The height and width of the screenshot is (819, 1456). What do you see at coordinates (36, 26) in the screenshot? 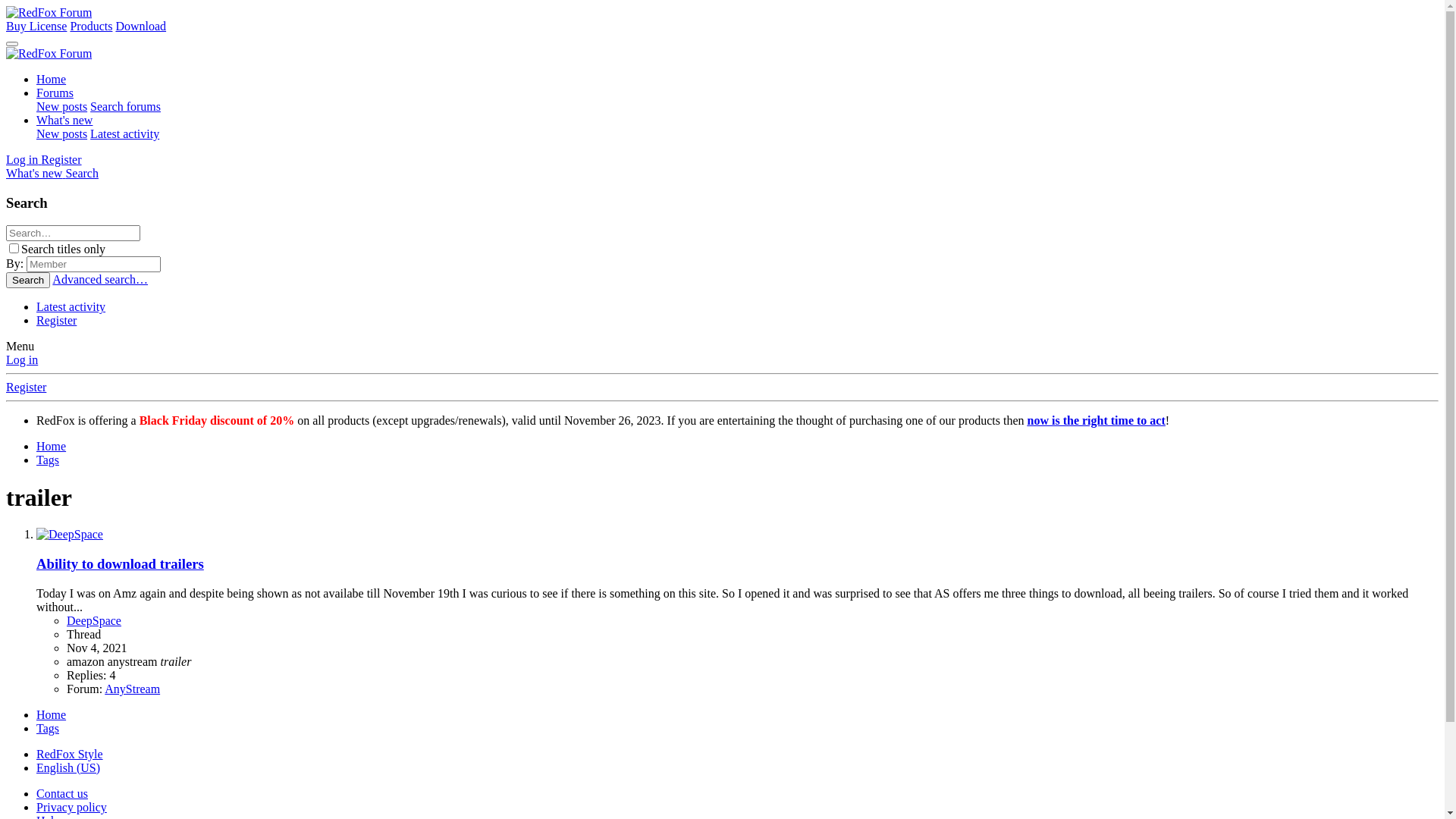
I see `'Buy License'` at bounding box center [36, 26].